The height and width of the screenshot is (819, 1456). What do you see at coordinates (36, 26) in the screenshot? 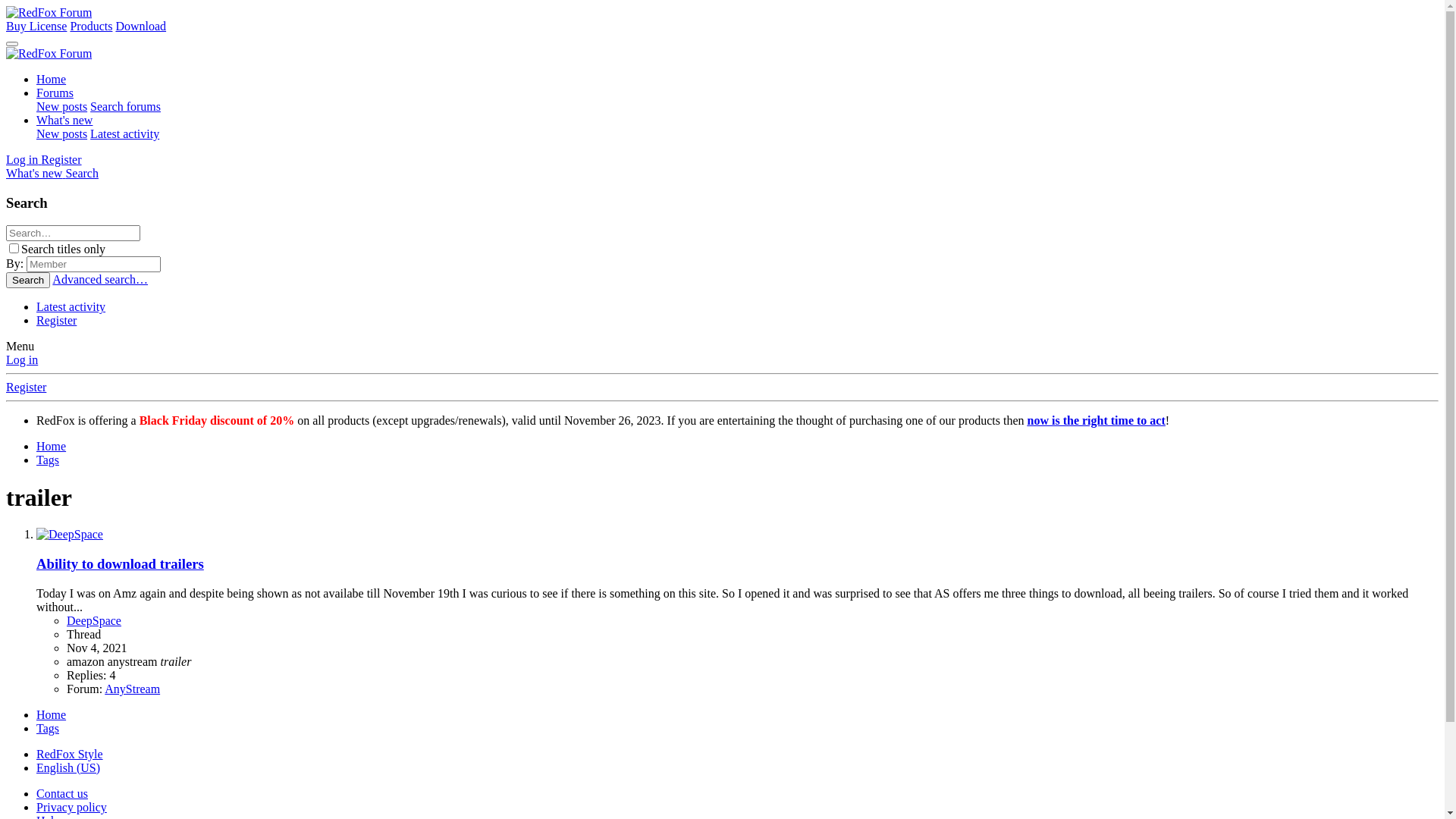
I see `'Buy License'` at bounding box center [36, 26].